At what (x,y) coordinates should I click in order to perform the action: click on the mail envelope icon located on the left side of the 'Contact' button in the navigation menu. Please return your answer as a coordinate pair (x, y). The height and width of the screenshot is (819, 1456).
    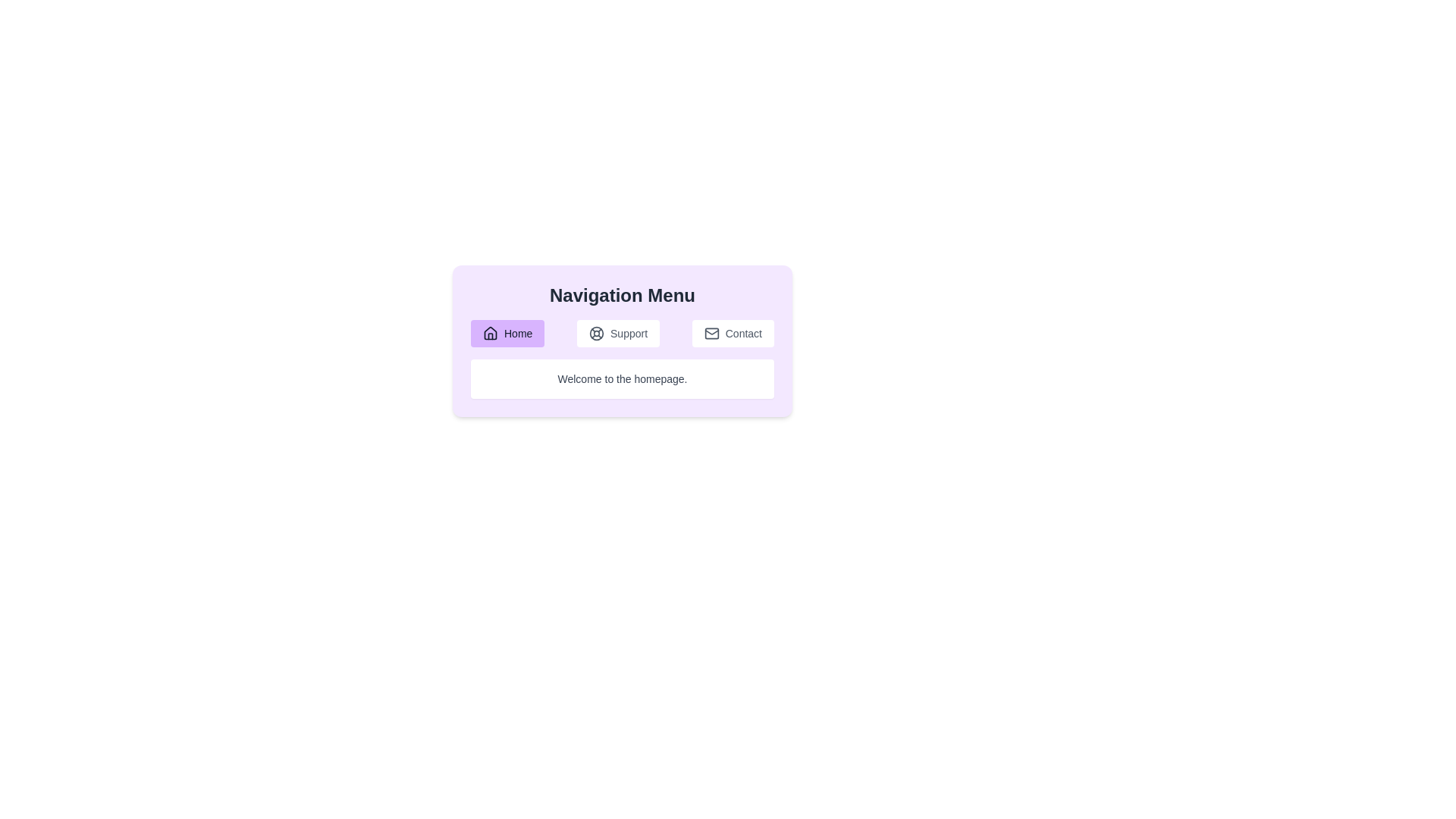
    Looking at the image, I should click on (711, 332).